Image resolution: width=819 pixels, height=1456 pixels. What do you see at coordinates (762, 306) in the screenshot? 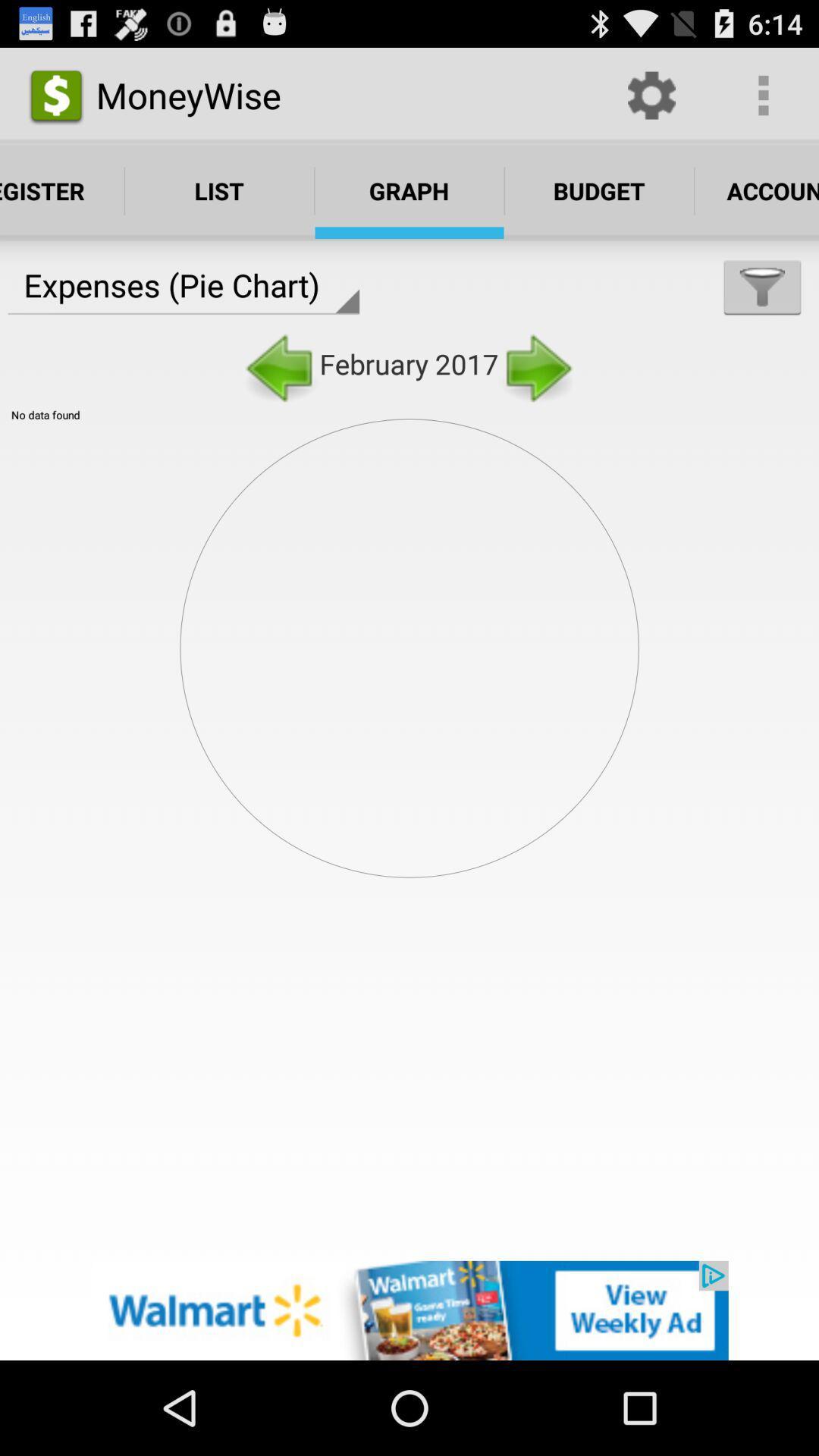
I see `the filter icon` at bounding box center [762, 306].